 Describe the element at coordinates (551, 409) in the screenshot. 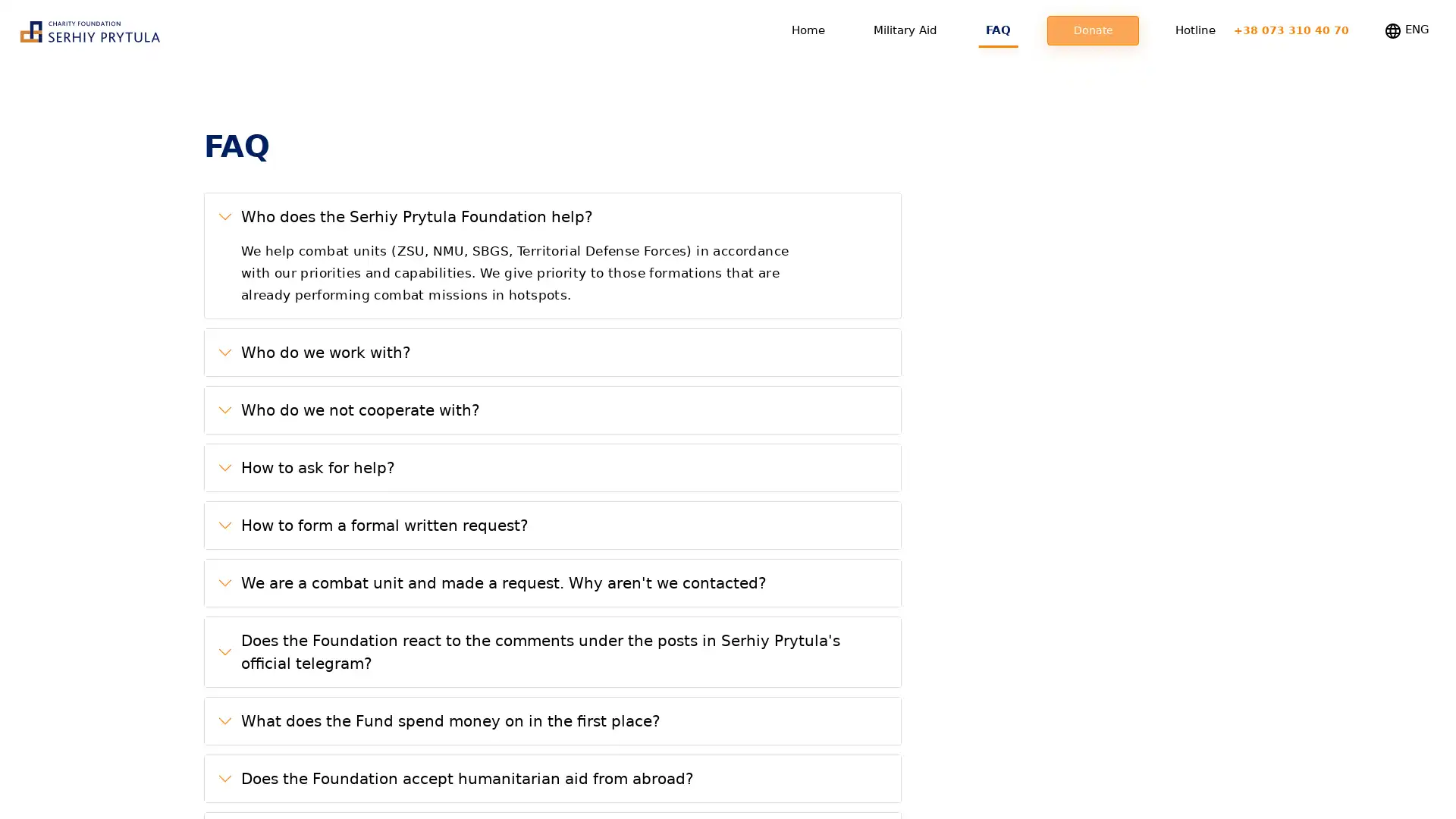

I see `Who do we not cooperate with?` at that location.